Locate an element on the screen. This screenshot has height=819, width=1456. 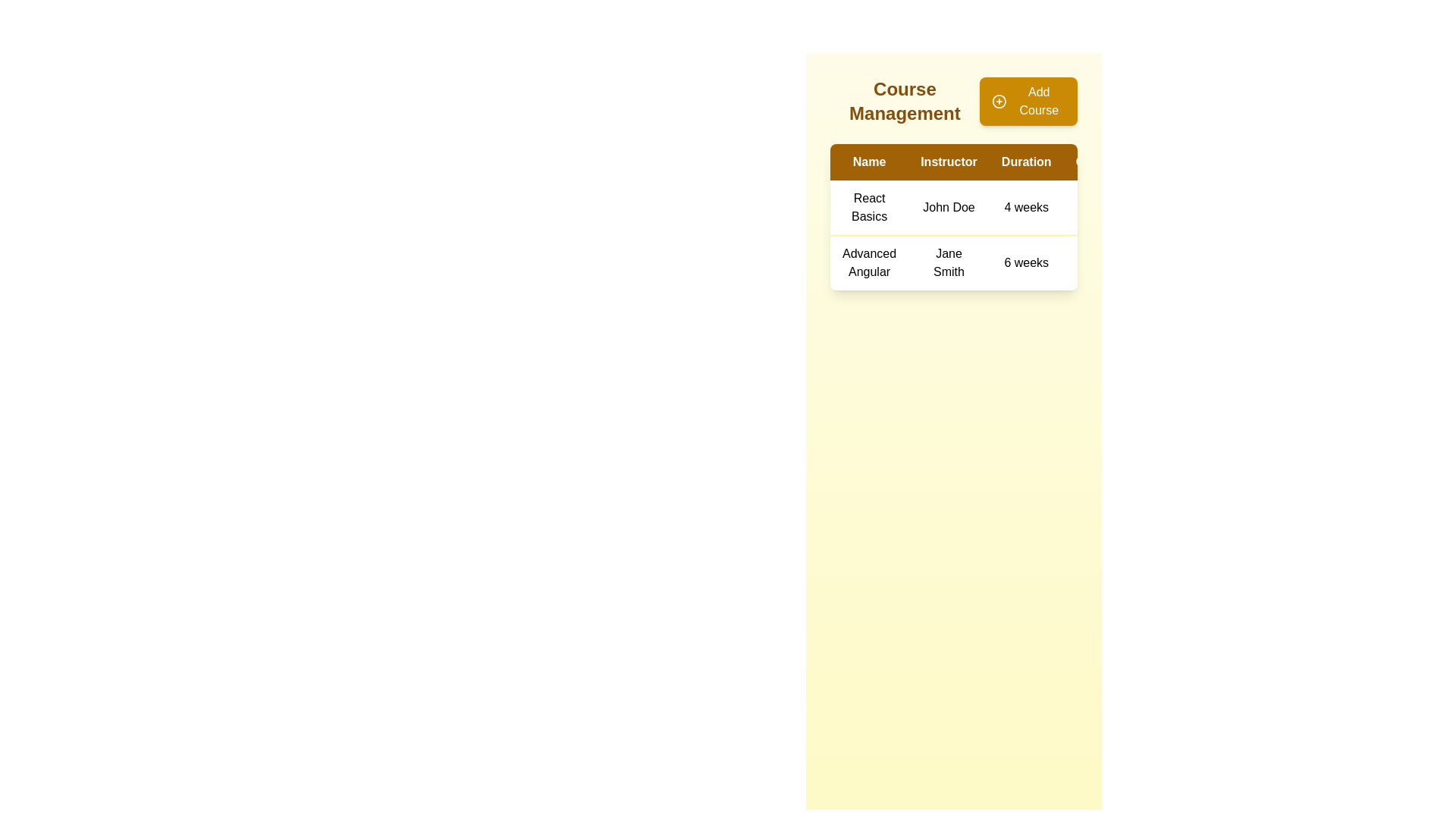
the 'Add Course' button by clicking on the circular outline that serves as a boundary for the plus sign icon is located at coordinates (999, 102).